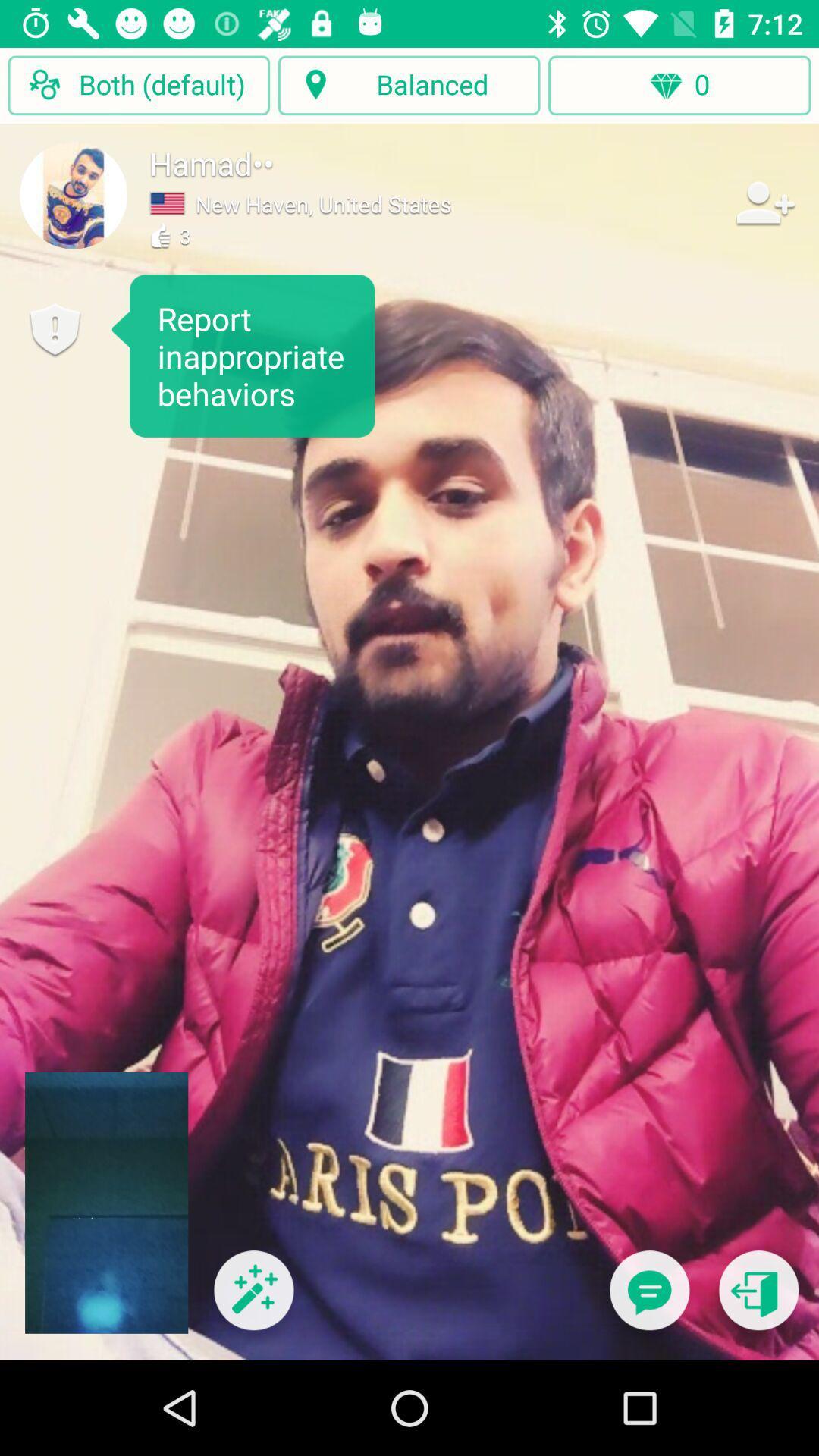 The width and height of the screenshot is (819, 1456). I want to click on image effects, so click(253, 1299).